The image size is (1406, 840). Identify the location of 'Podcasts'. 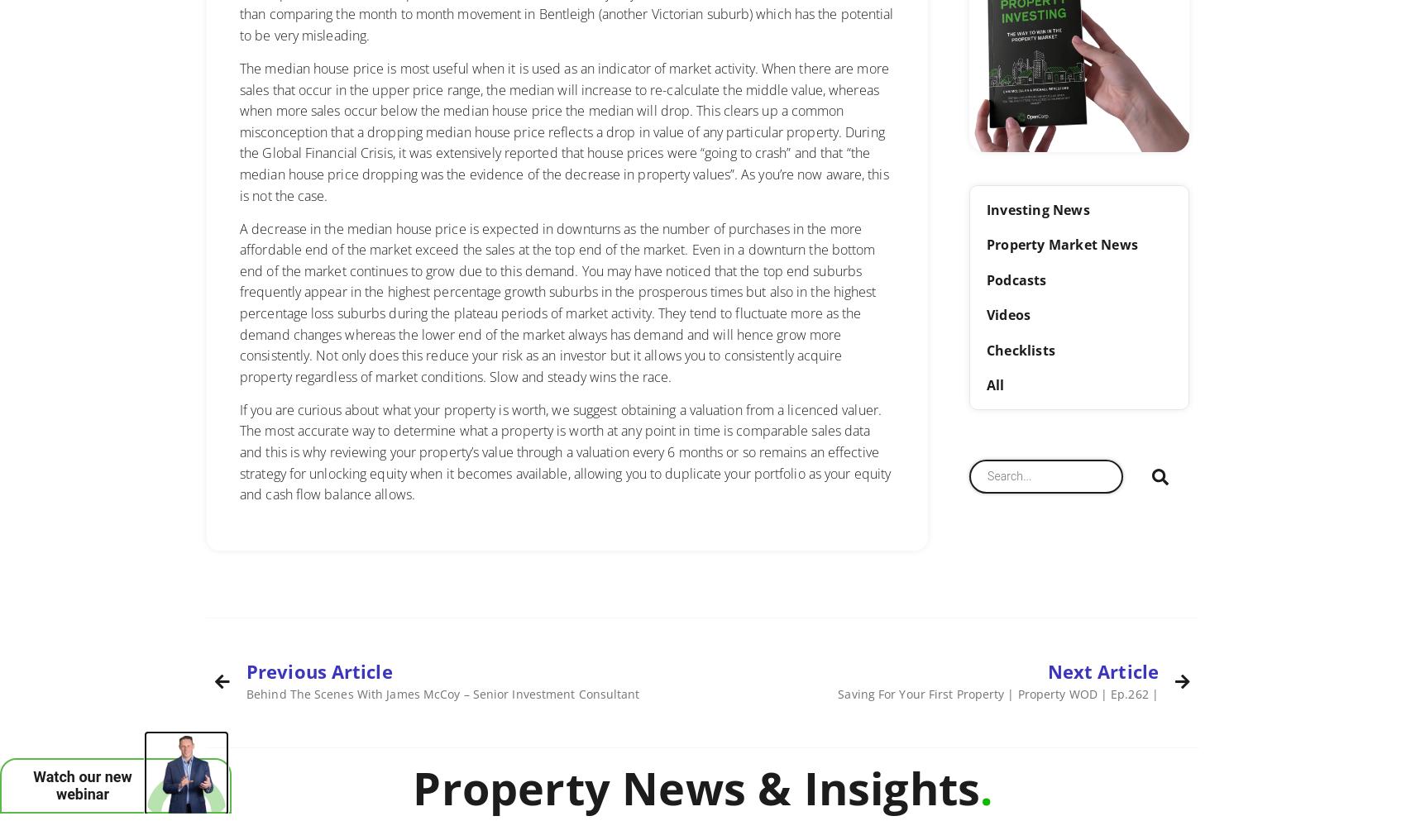
(1015, 279).